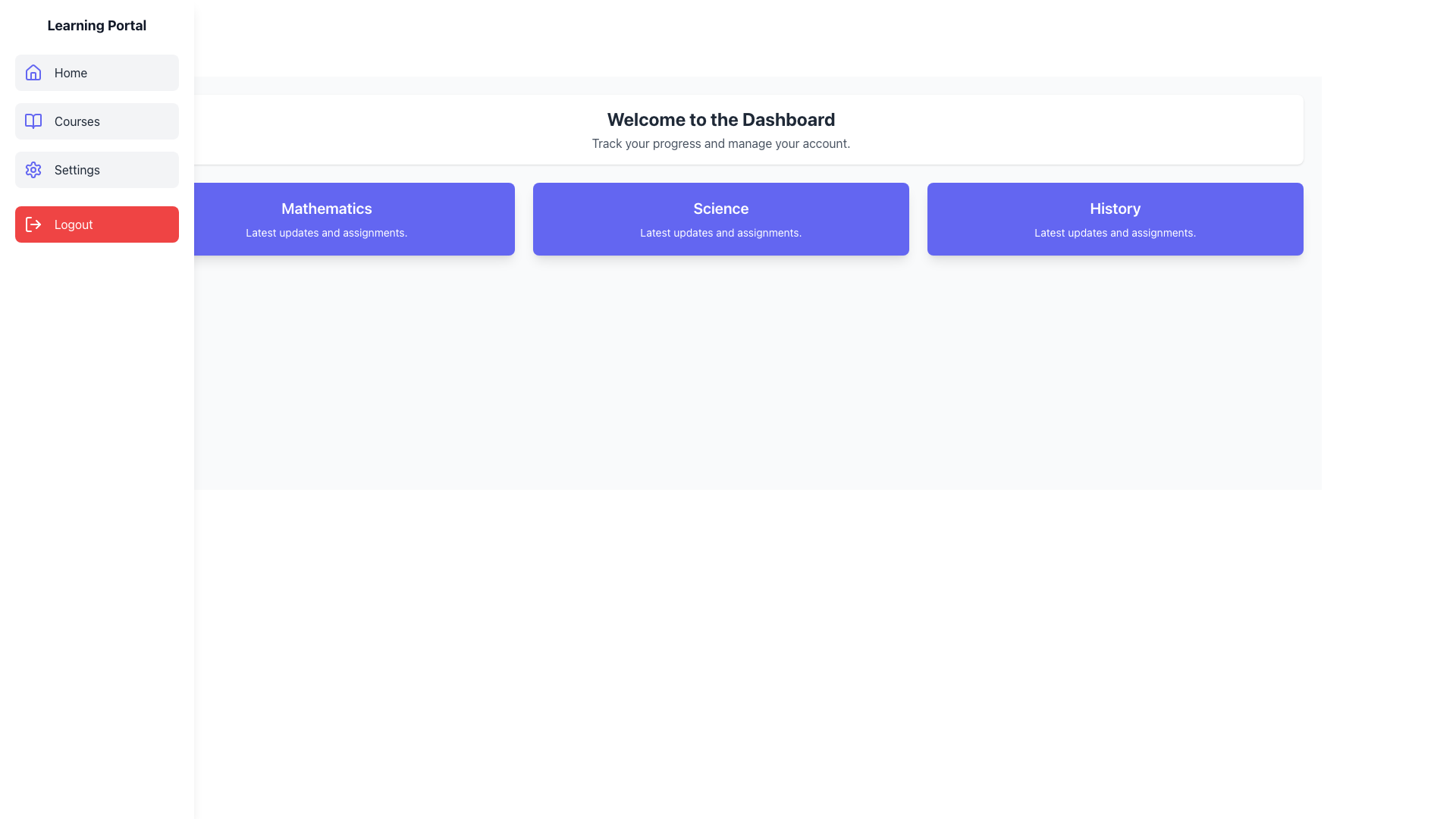 The image size is (1456, 819). Describe the element at coordinates (33, 72) in the screenshot. I see `the stylized house outline icon located on the left-hand panel of the navigation menu, just before the text label 'Home'` at that location.